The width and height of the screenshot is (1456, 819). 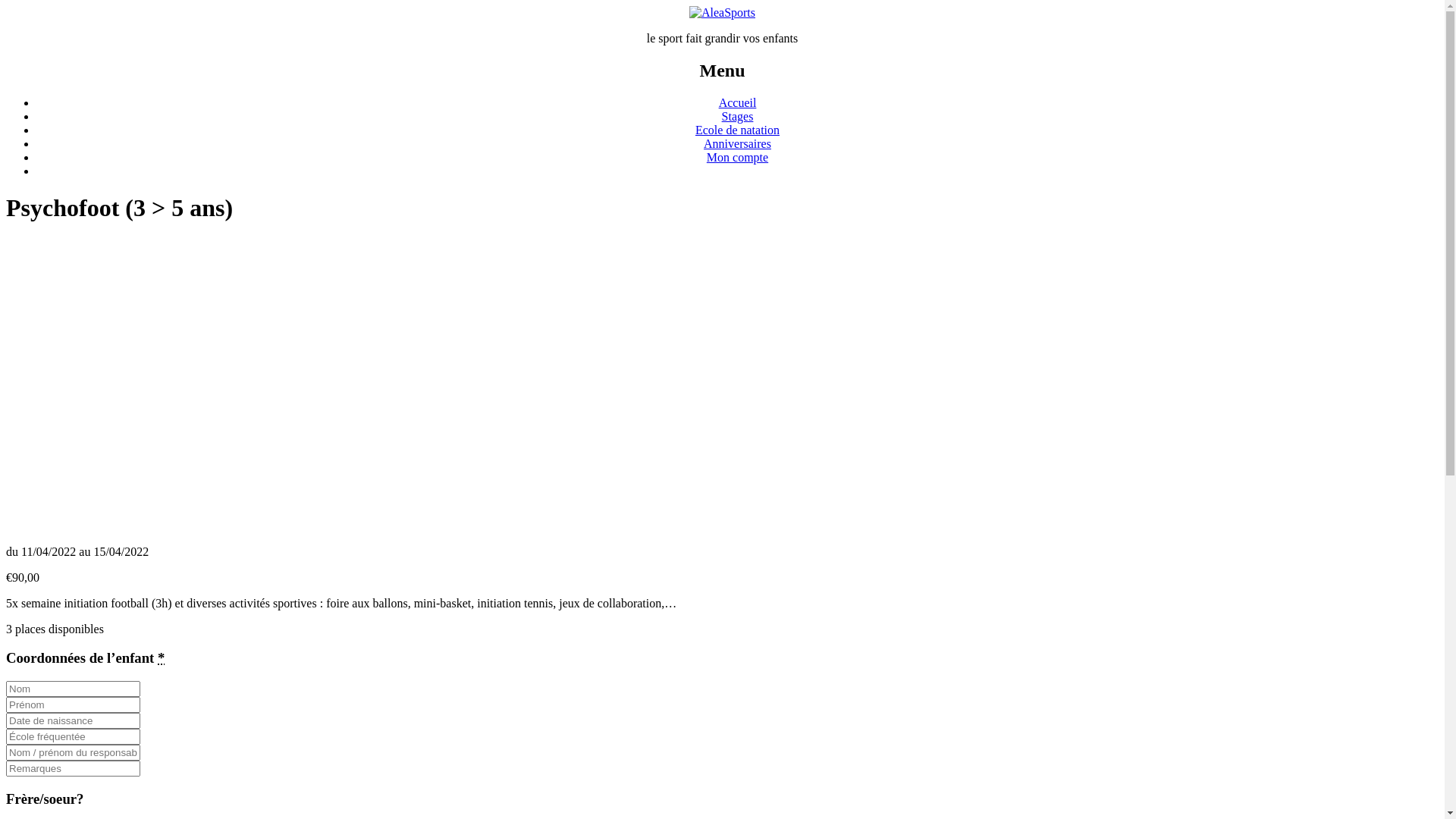 What do you see at coordinates (702, 143) in the screenshot?
I see `'Anniversaires'` at bounding box center [702, 143].